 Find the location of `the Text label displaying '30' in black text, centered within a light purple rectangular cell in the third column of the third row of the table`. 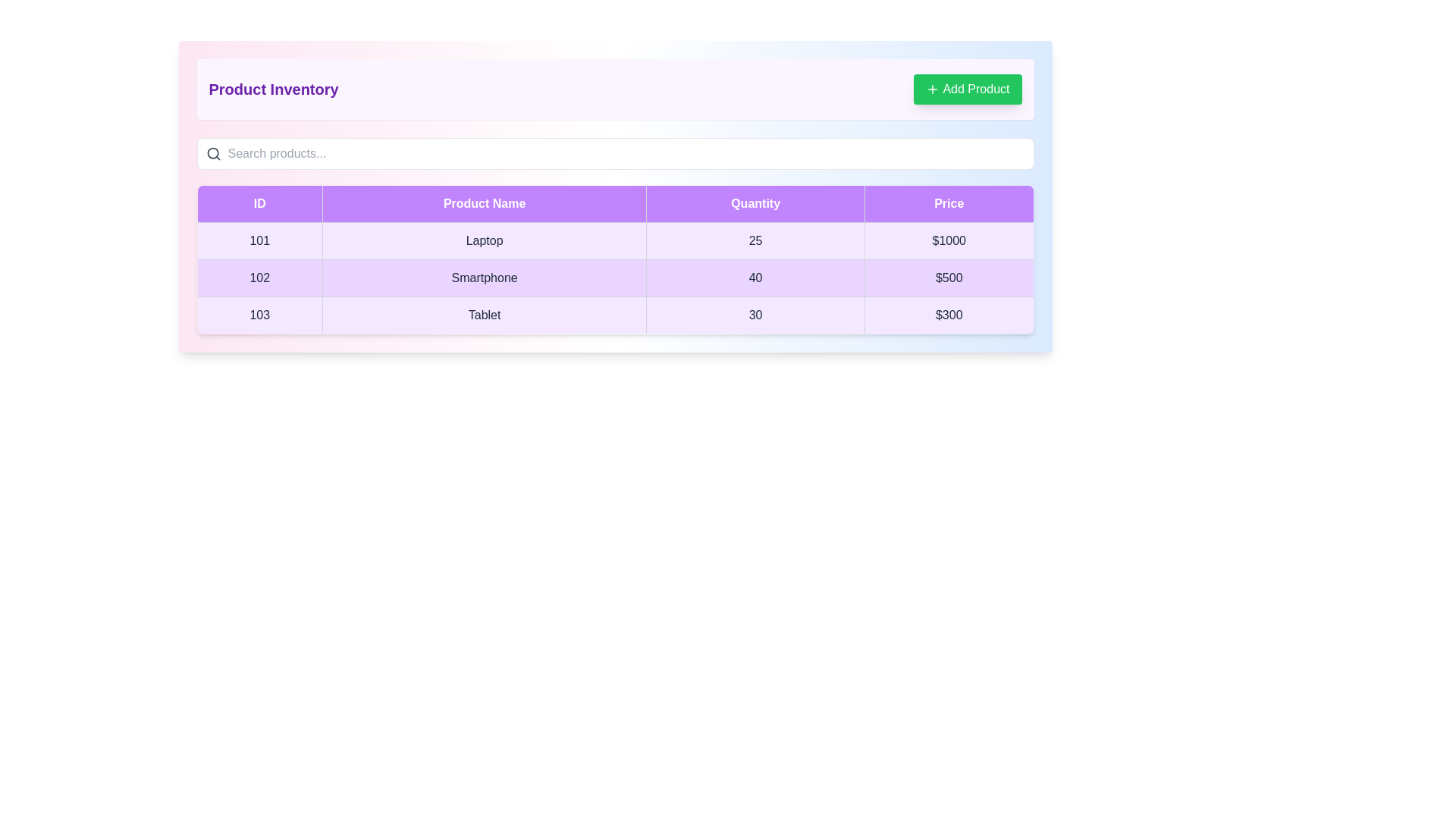

the Text label displaying '30' in black text, centered within a light purple rectangular cell in the third column of the third row of the table is located at coordinates (755, 315).